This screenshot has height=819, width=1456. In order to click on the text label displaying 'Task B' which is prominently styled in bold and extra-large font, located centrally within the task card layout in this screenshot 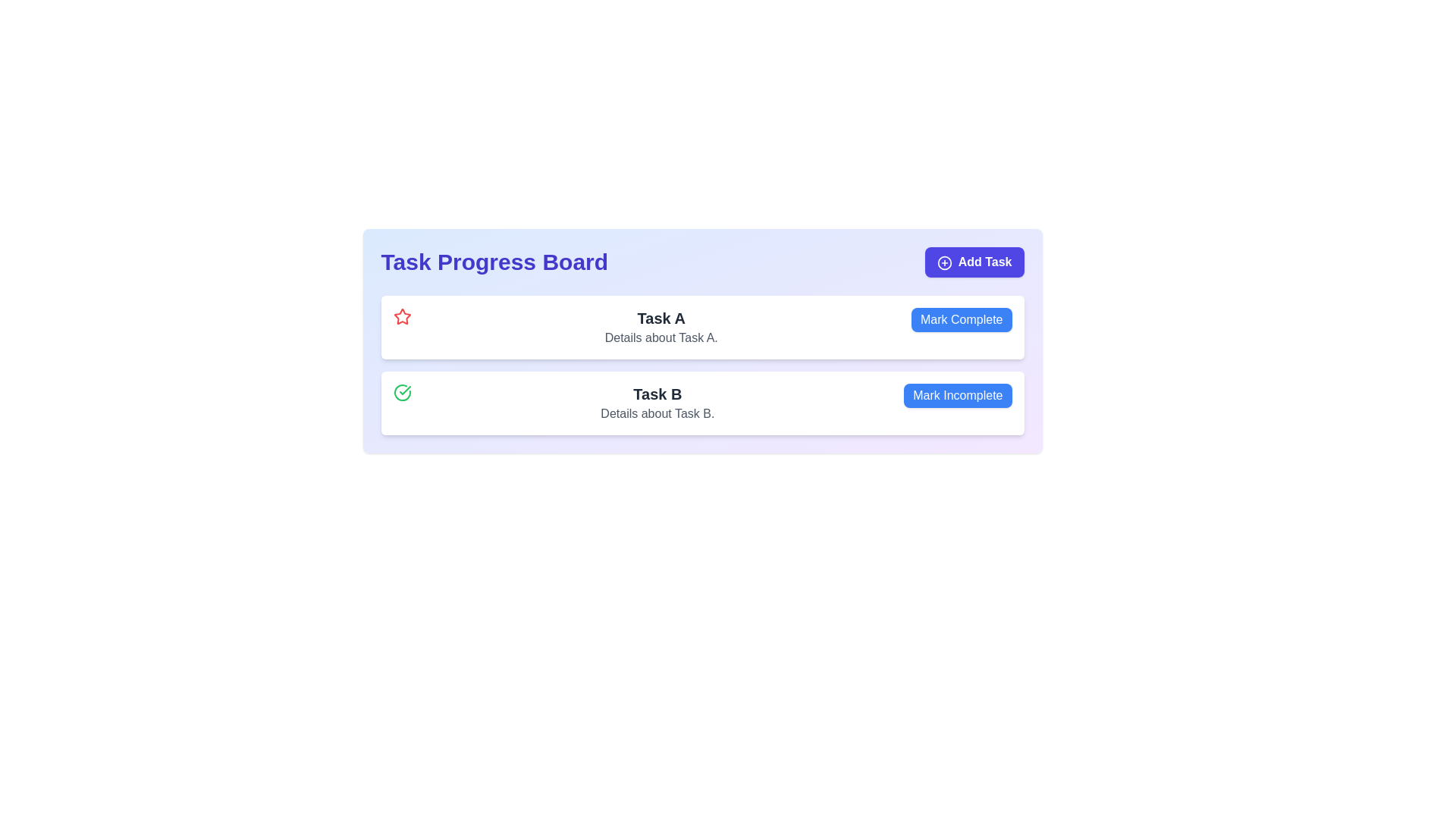, I will do `click(657, 394)`.